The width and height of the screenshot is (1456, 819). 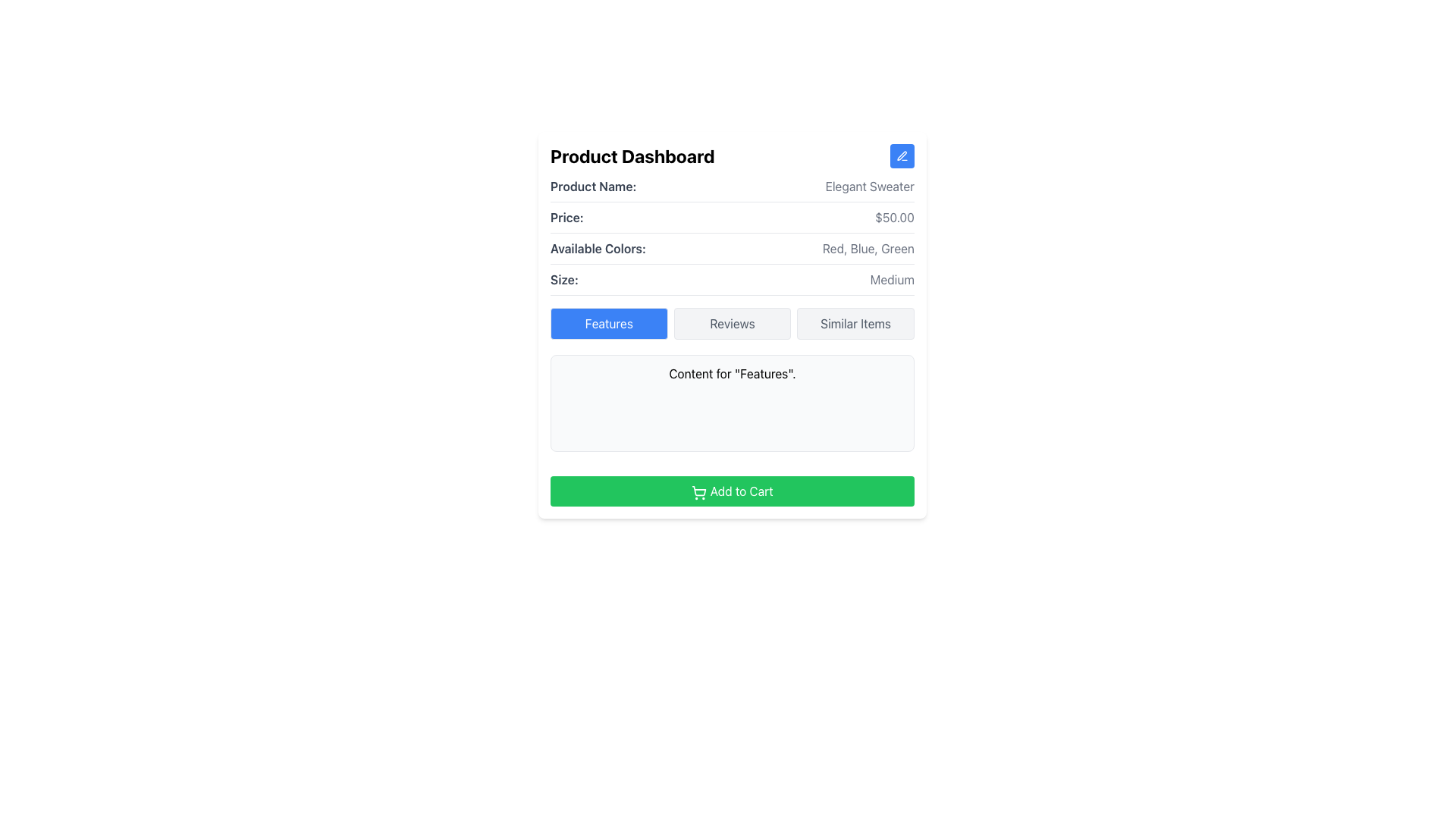 I want to click on the blue rectangular button labeled 'Features', so click(x=609, y=323).